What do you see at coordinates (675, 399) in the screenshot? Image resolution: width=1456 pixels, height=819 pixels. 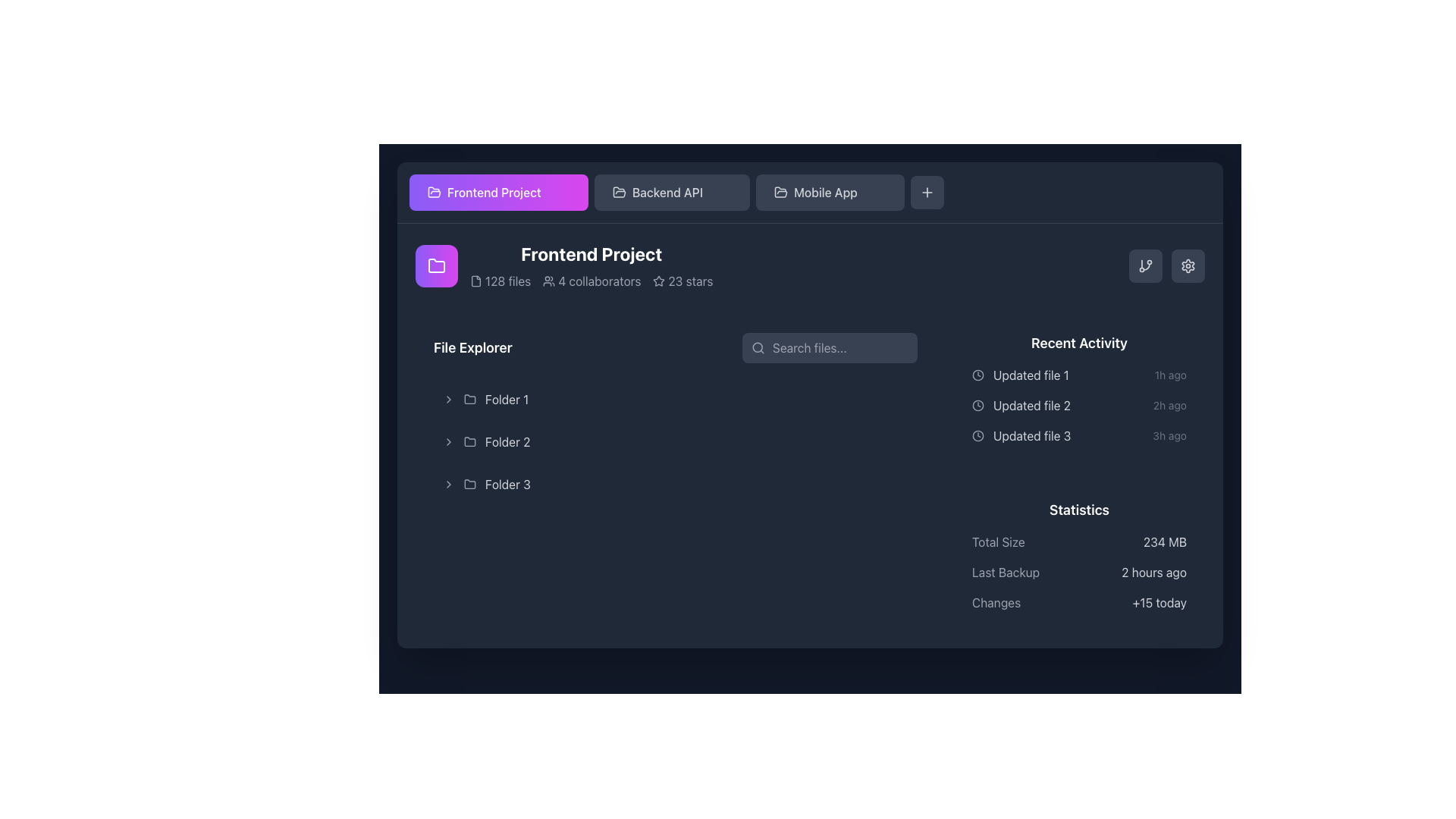 I see `the folder named 'Folder 1'` at bounding box center [675, 399].